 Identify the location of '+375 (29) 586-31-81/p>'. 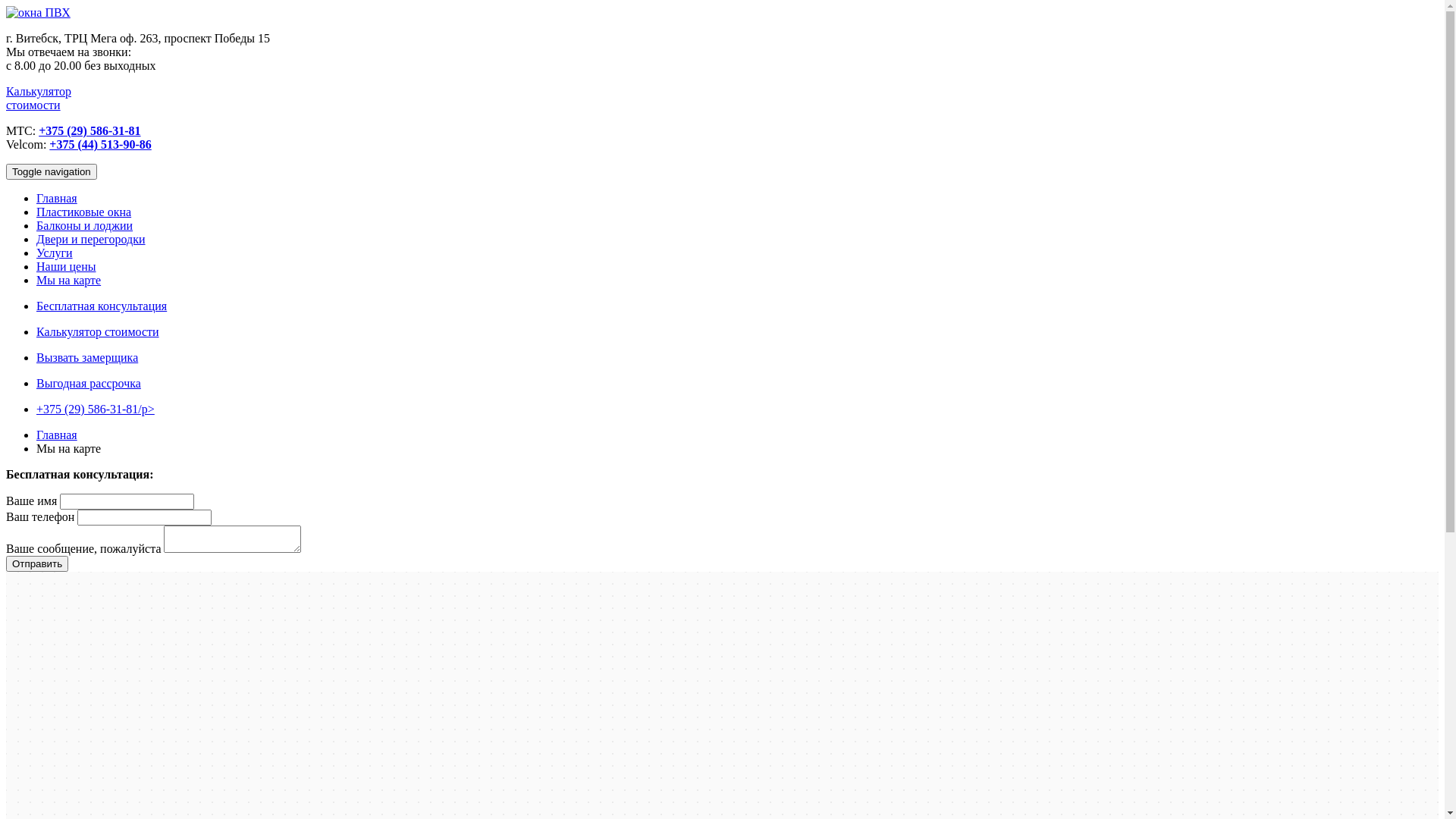
(94, 408).